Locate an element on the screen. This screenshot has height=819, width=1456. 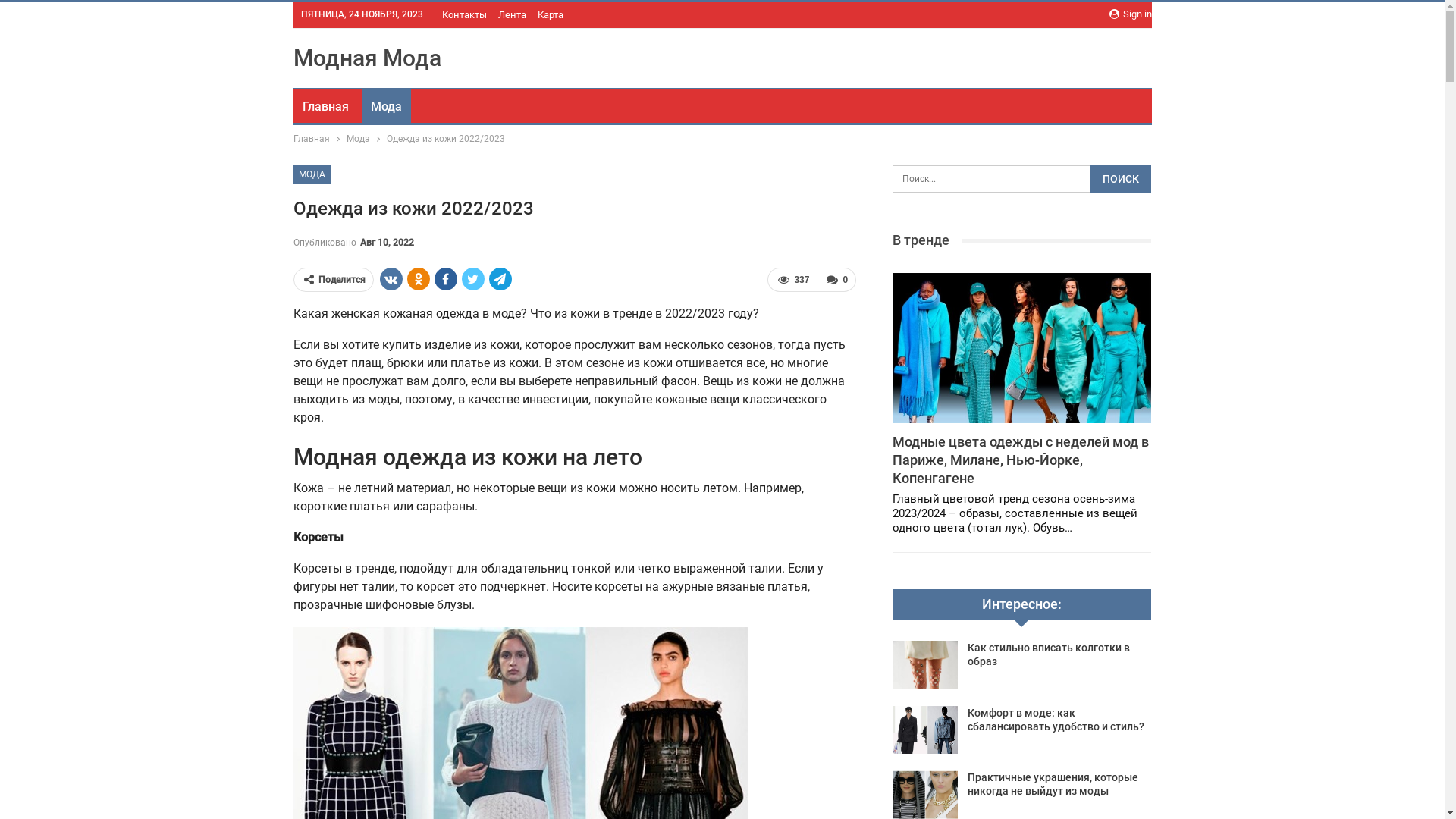
'Sign in' is located at coordinates (1129, 14).